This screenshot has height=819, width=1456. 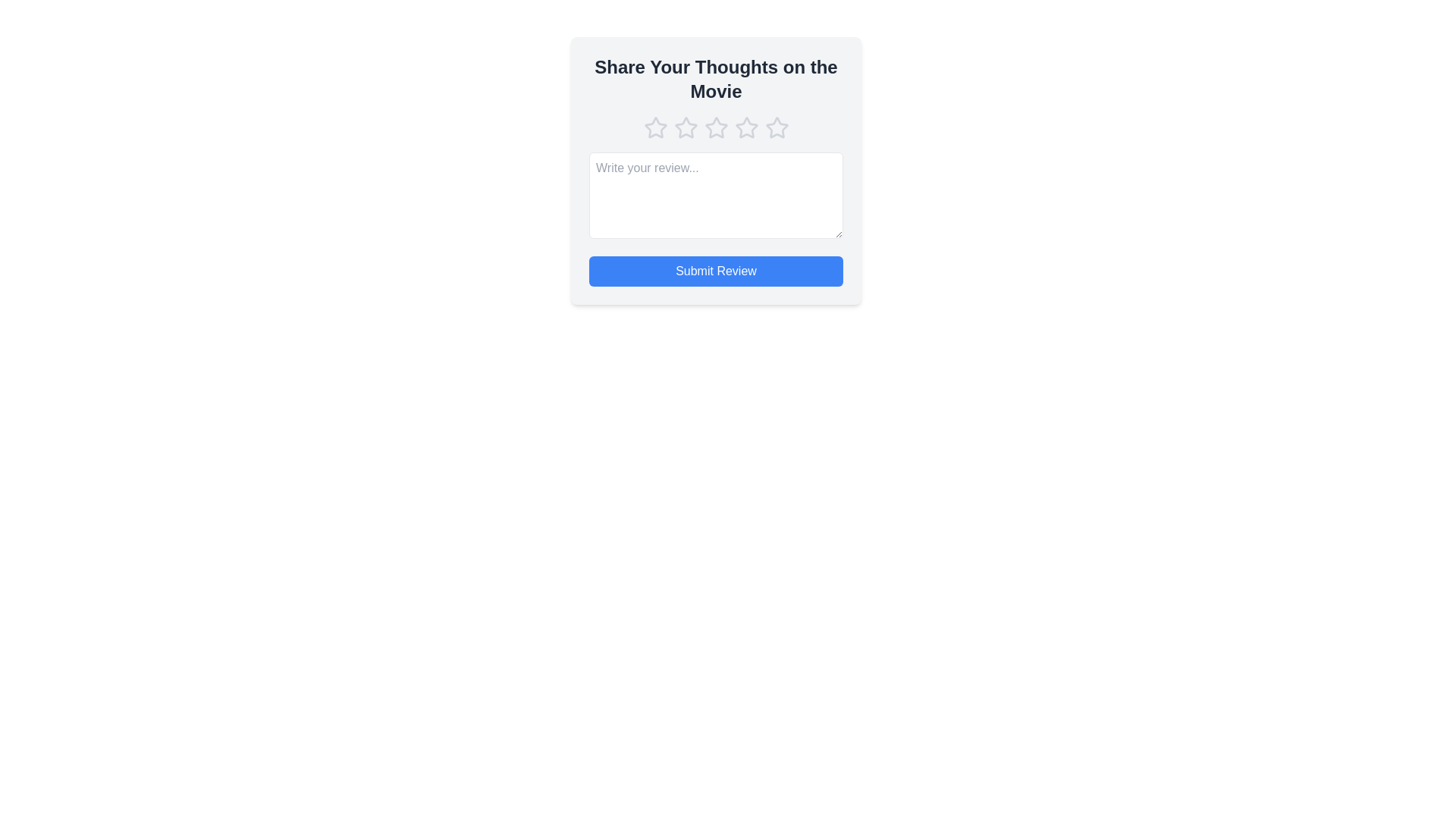 I want to click on the last star-shaped icon in the rating system, so click(x=777, y=127).